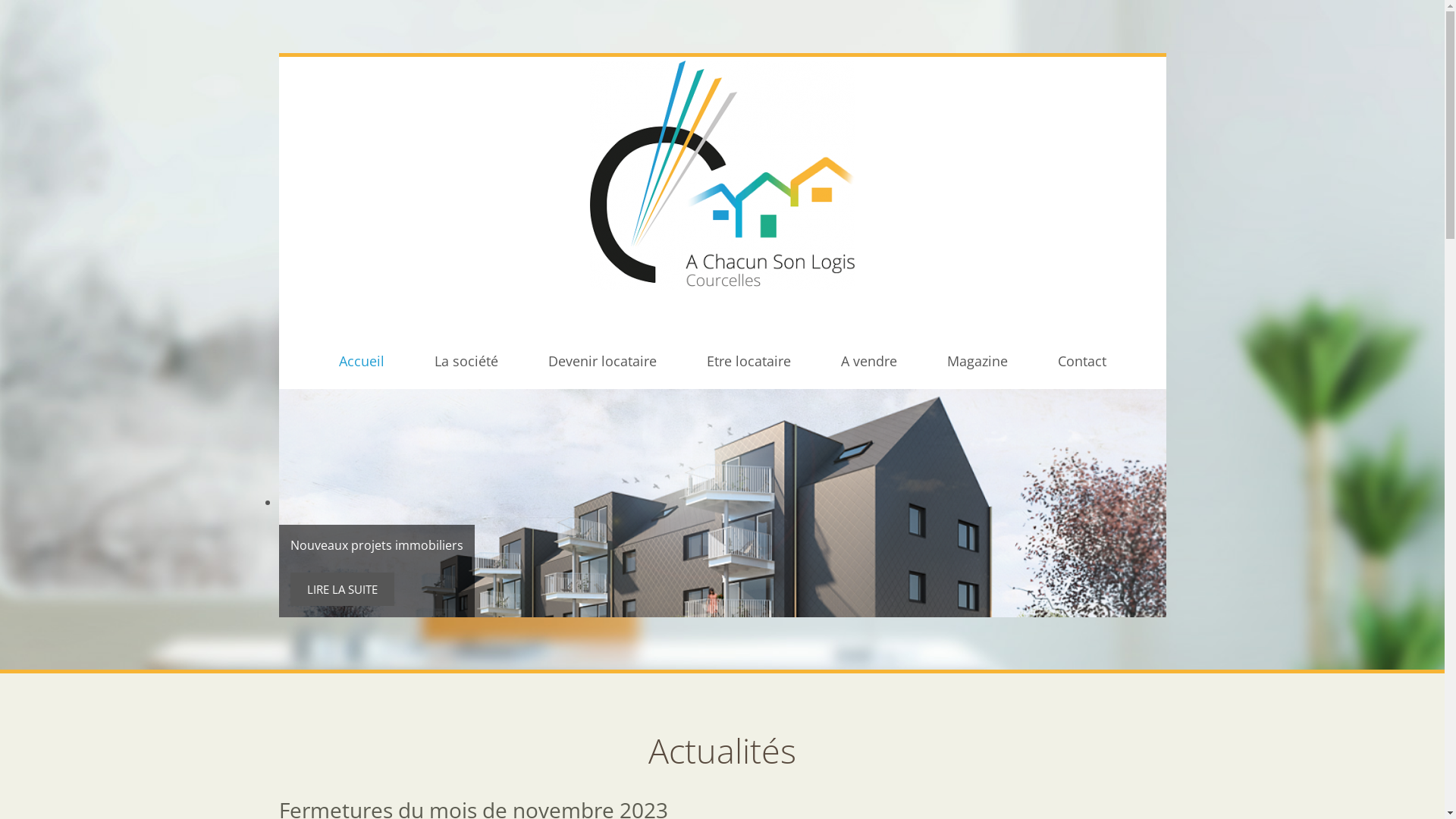 This screenshot has height=819, width=1456. I want to click on 'Magazine', so click(976, 360).